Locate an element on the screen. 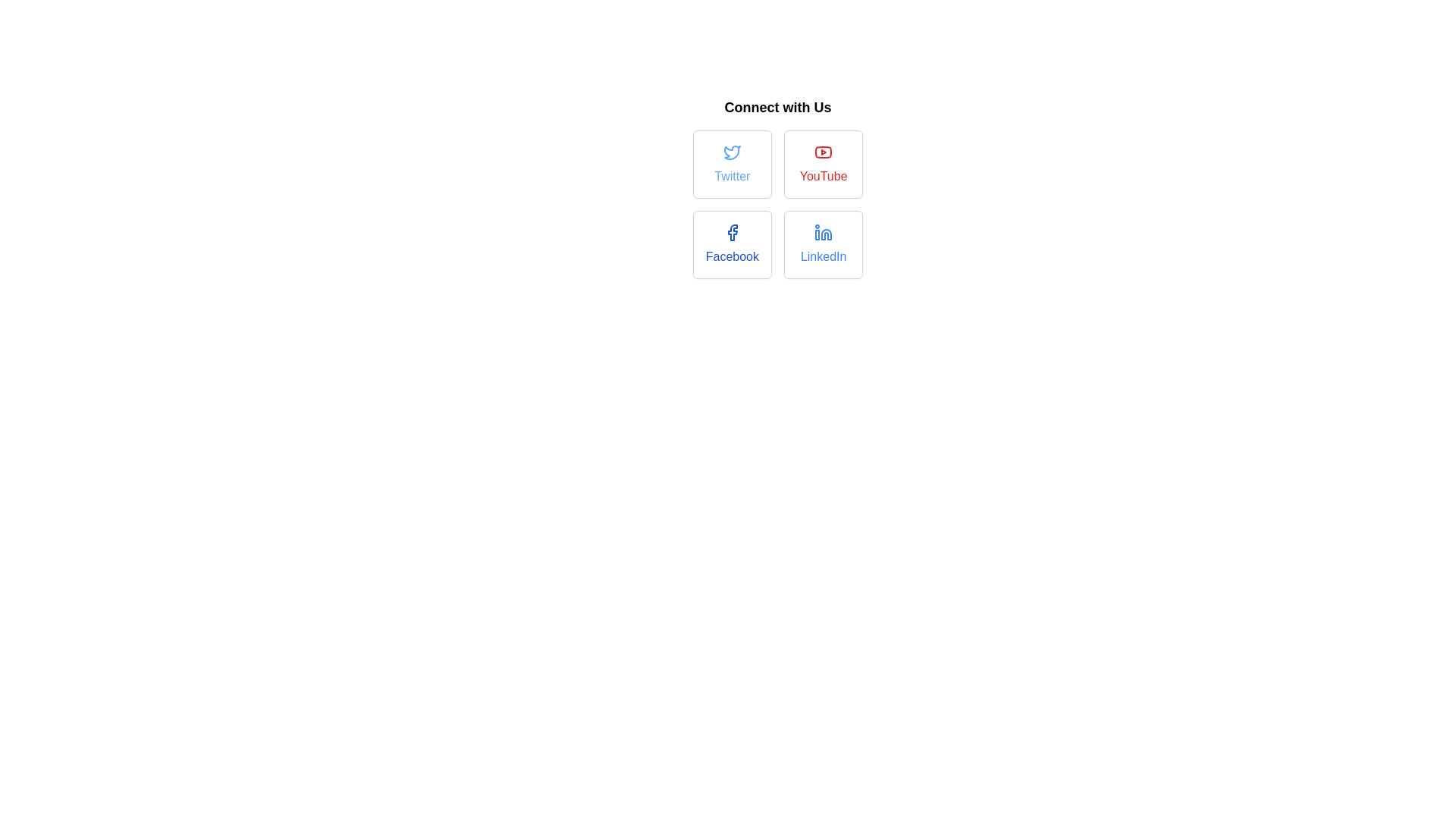 Image resolution: width=1456 pixels, height=819 pixels. the Twitter icon located in the top-left button of the 2x2 grid under the 'Connect with Us' heading is located at coordinates (732, 152).